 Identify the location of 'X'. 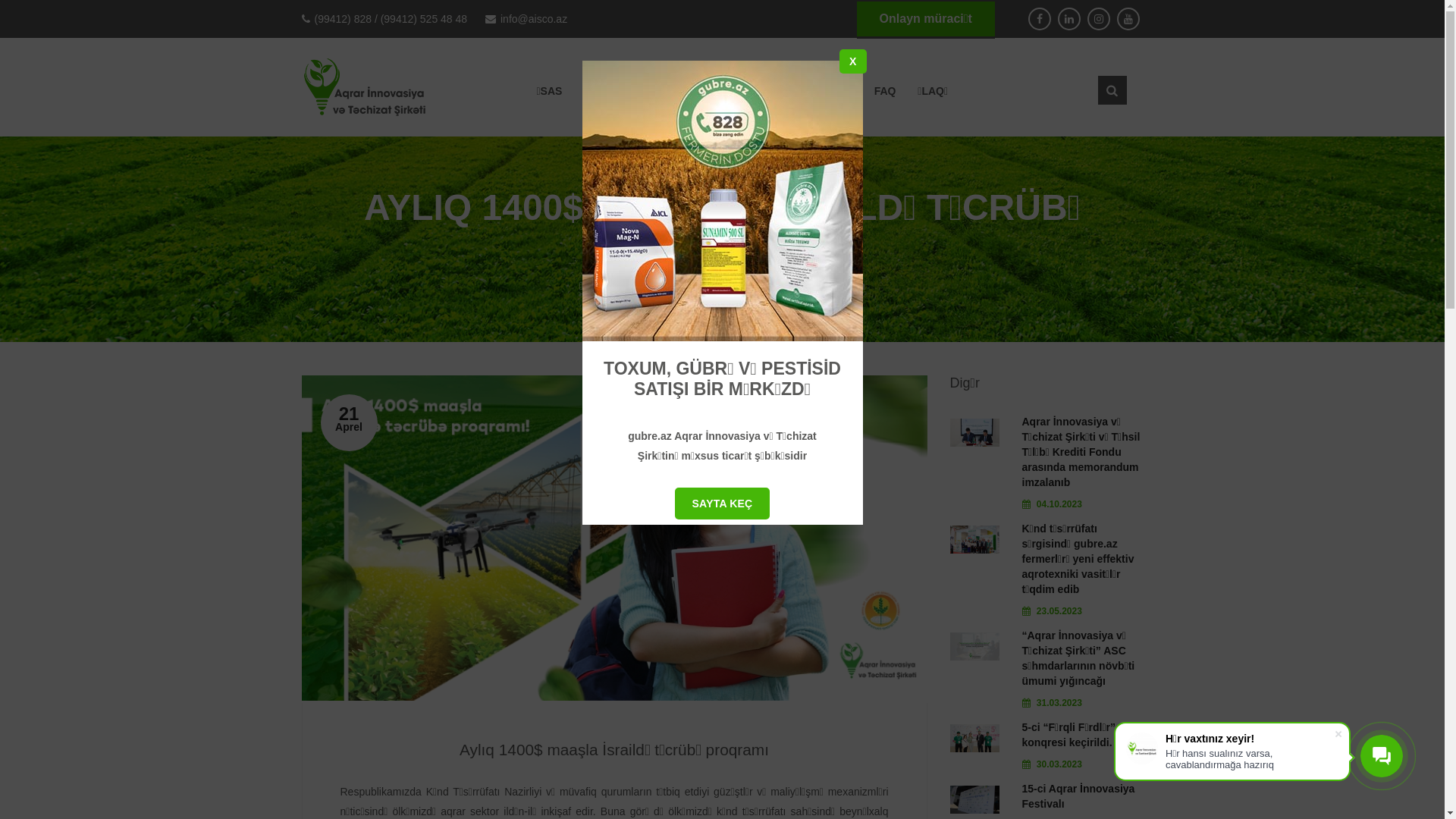
(852, 61).